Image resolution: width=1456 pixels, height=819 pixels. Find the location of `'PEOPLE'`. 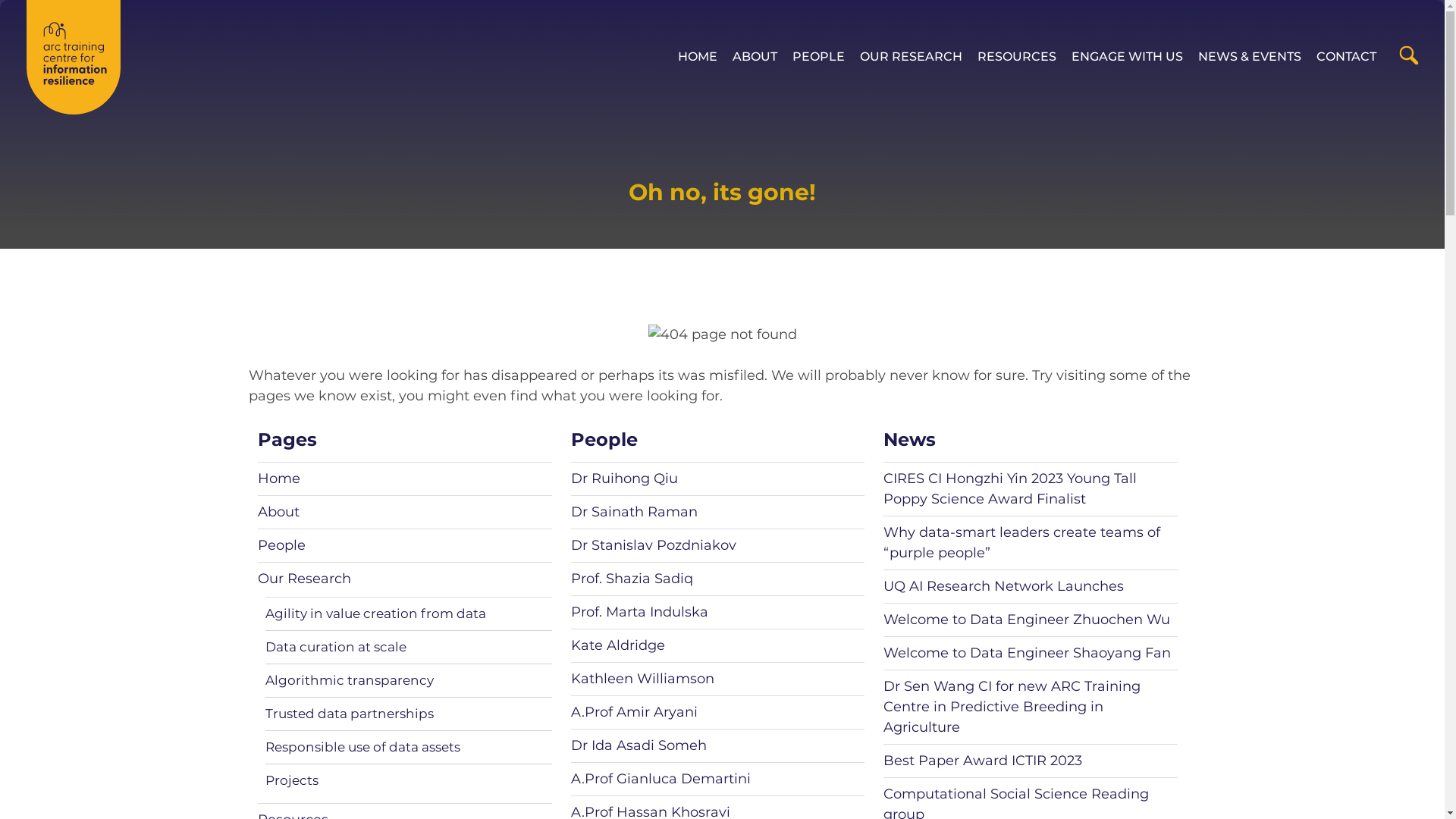

'PEOPLE' is located at coordinates (817, 55).